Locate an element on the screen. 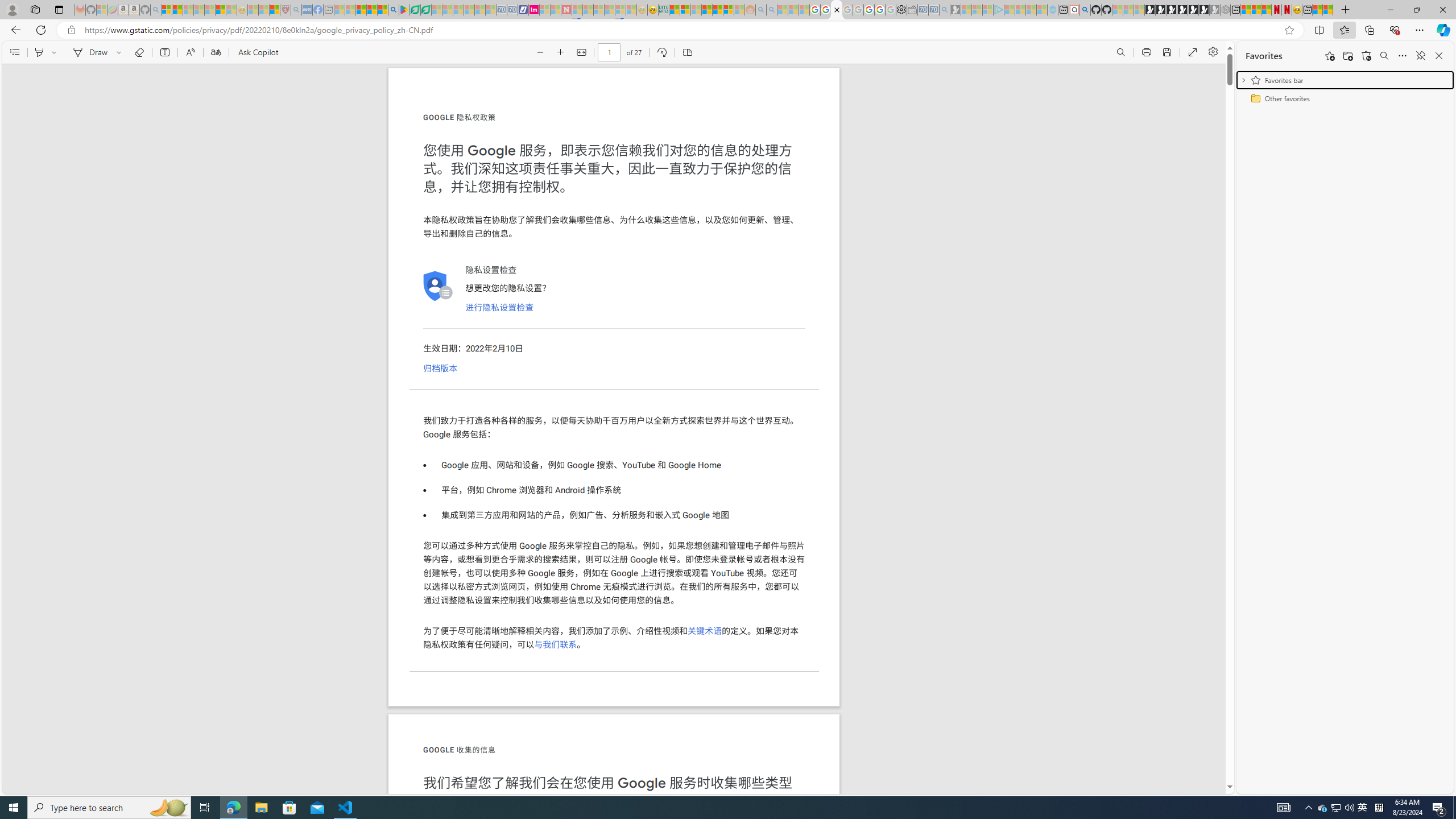 Image resolution: width=1456 pixels, height=819 pixels. 'Add text' is located at coordinates (164, 52).